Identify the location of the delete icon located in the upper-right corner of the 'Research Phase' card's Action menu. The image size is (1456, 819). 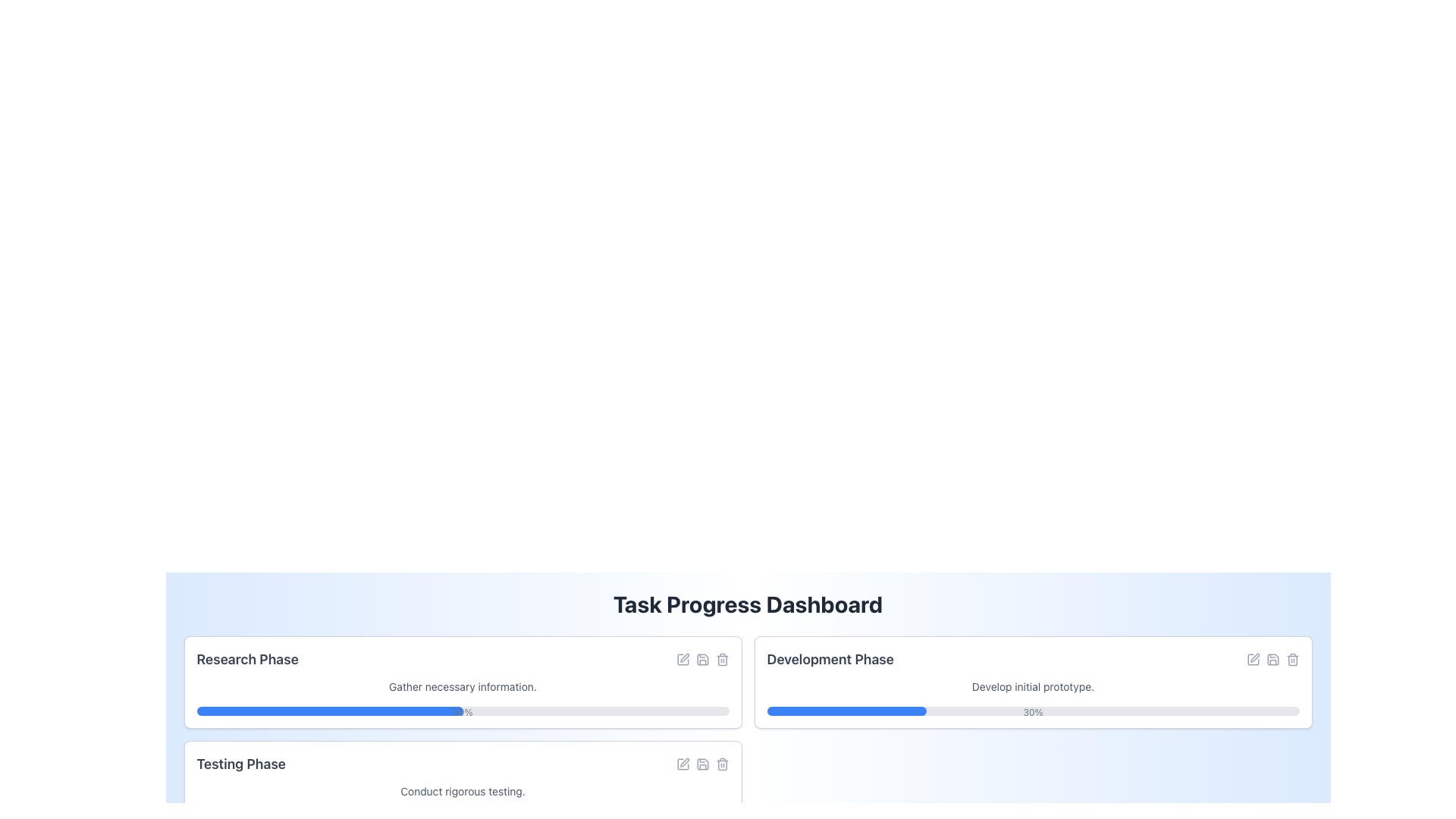
(701, 659).